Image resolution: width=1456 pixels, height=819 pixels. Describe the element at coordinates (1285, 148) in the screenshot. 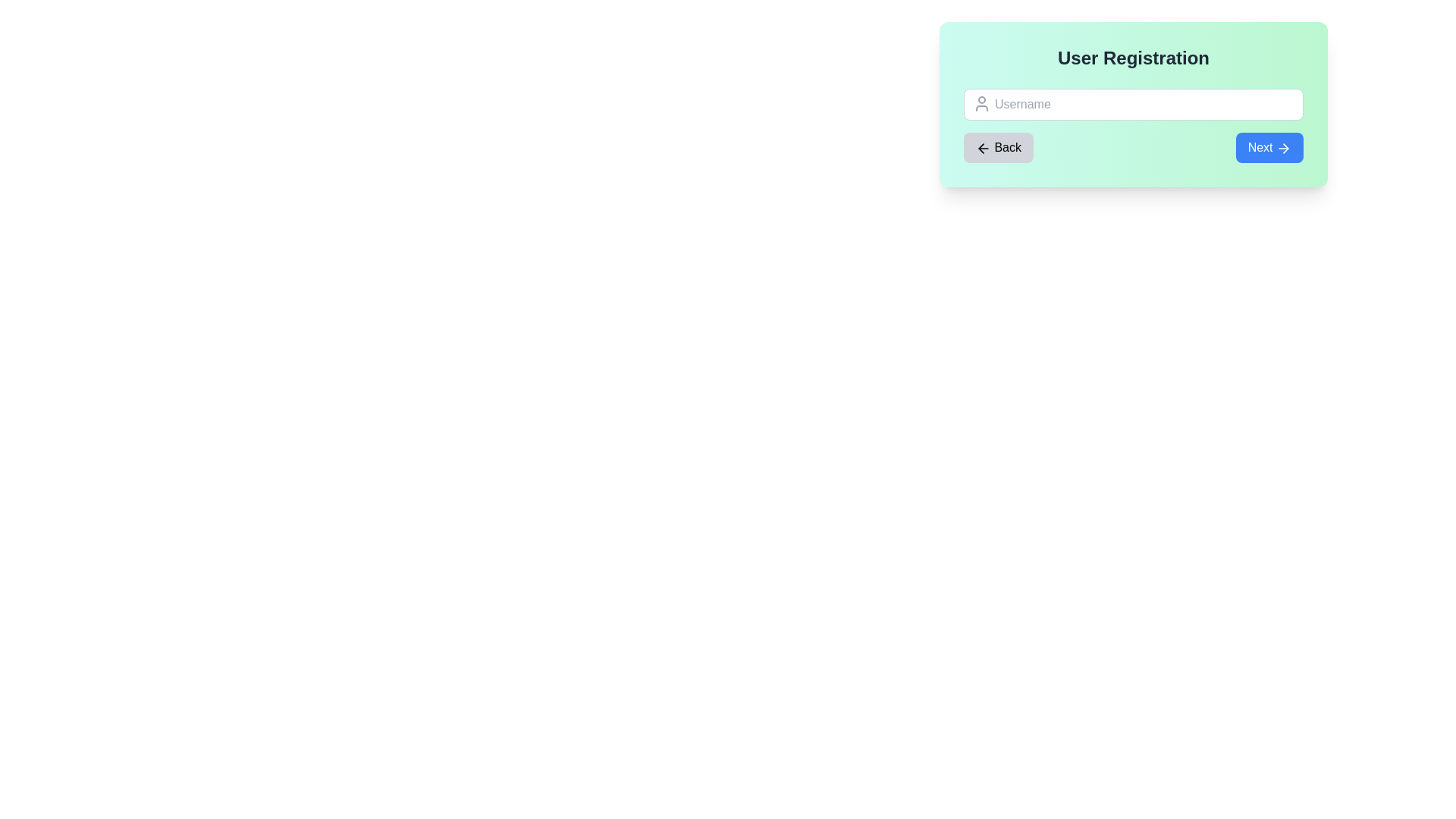

I see `the right arrow icon that is part of the 'Next' button located to the right of the 'Username' input field in the registration form` at that location.